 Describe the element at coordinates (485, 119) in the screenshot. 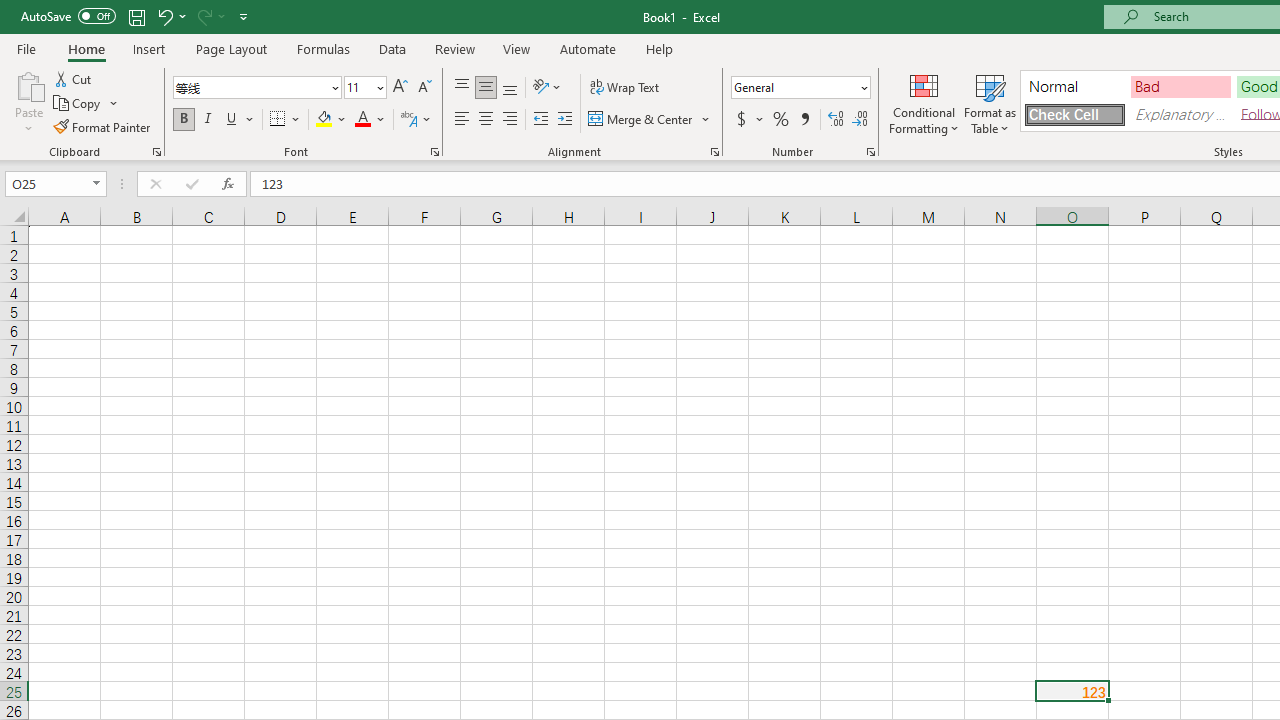

I see `'Center'` at that location.